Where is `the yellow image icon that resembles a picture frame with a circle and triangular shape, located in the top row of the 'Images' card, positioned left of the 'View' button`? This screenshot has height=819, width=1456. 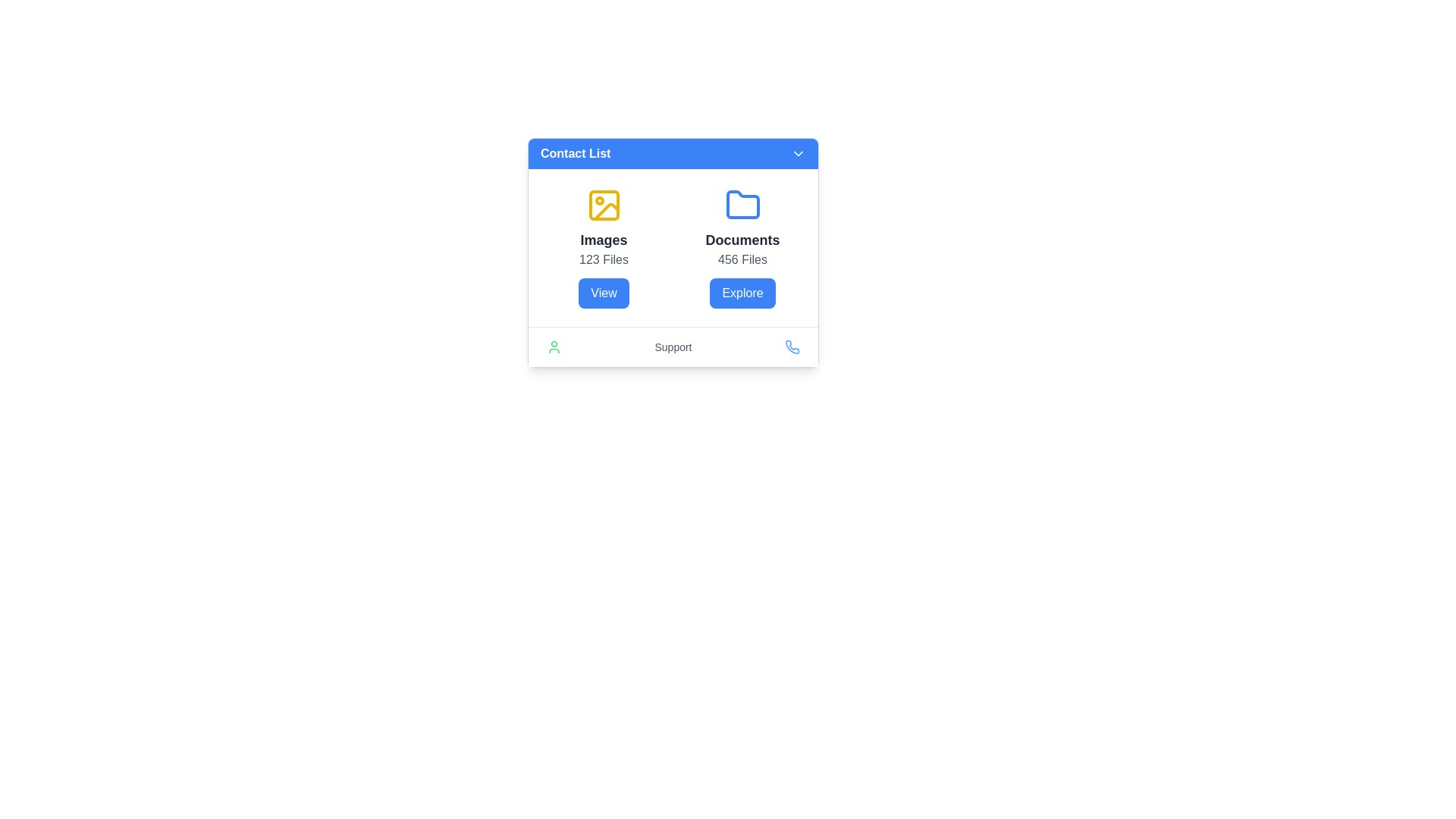
the yellow image icon that resembles a picture frame with a circle and triangular shape, located in the top row of the 'Images' card, positioned left of the 'View' button is located at coordinates (603, 205).